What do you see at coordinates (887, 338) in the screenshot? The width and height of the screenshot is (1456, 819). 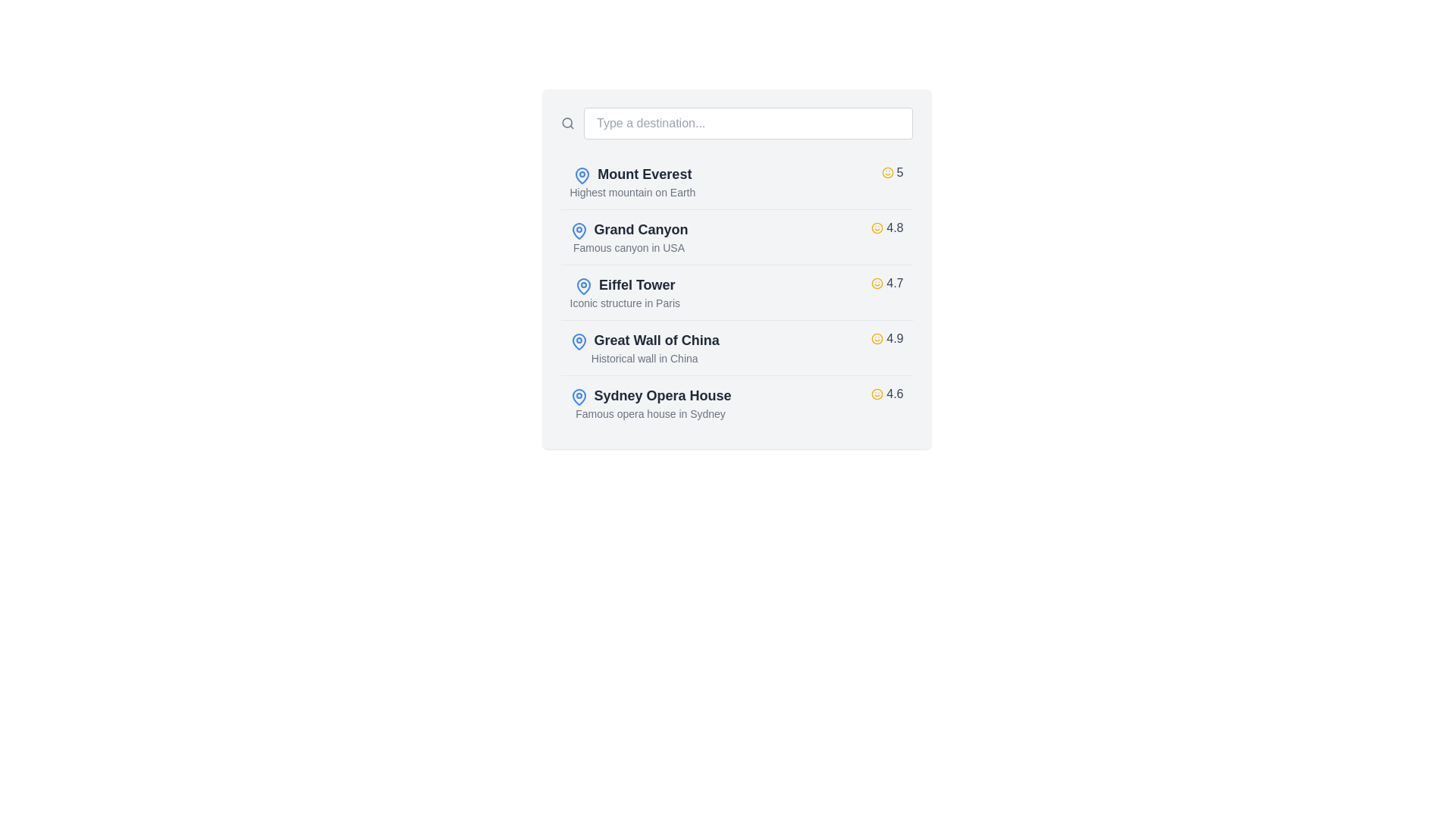 I see `the Rating display for 'Great Wall of China', which shows a smiley face icon and a numerical value to indicate the rating score` at bounding box center [887, 338].